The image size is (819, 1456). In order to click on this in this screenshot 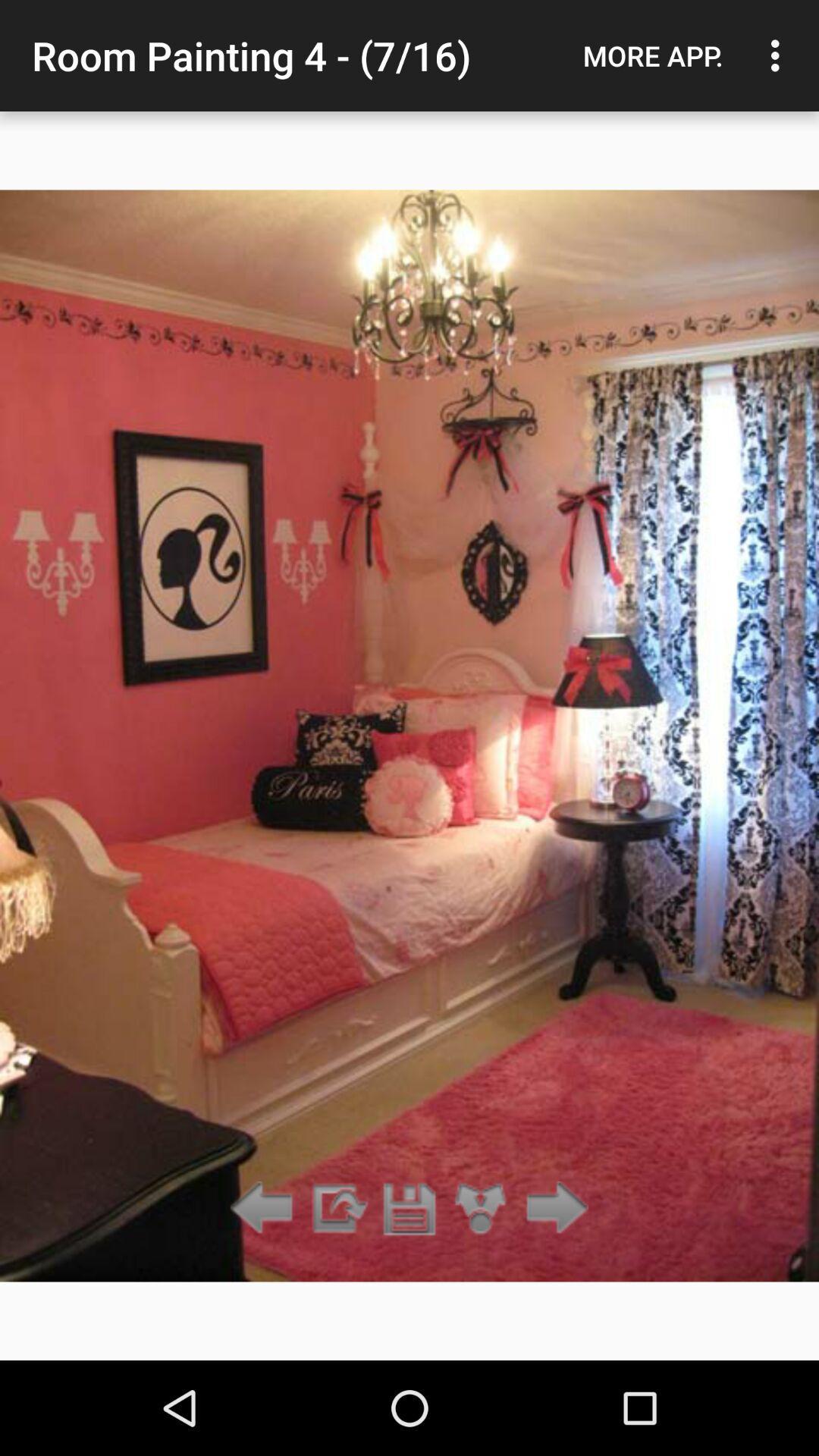, I will do `click(409, 1208)`.